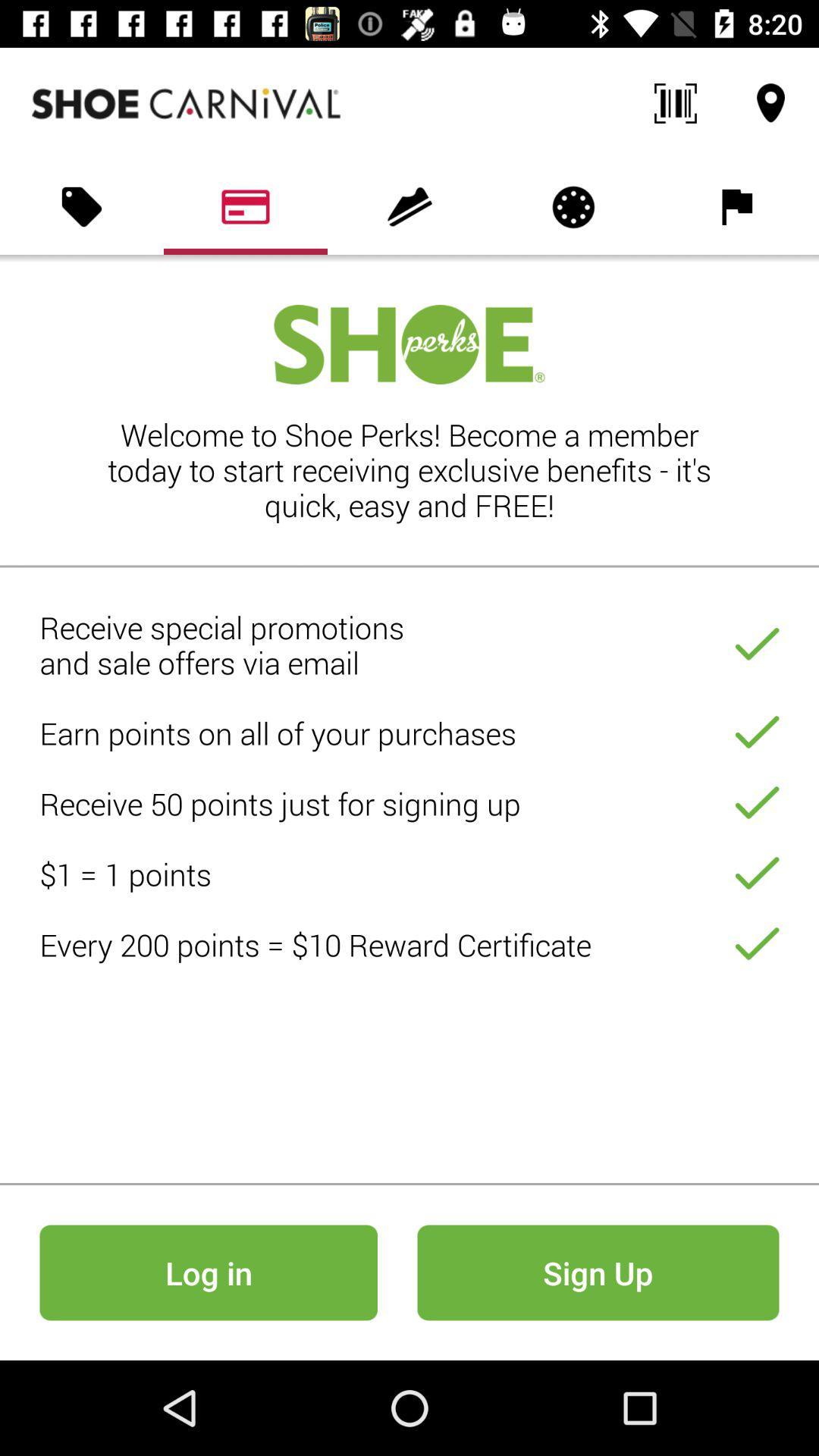  Describe the element at coordinates (209, 1272) in the screenshot. I see `the log in at the bottom left corner` at that location.